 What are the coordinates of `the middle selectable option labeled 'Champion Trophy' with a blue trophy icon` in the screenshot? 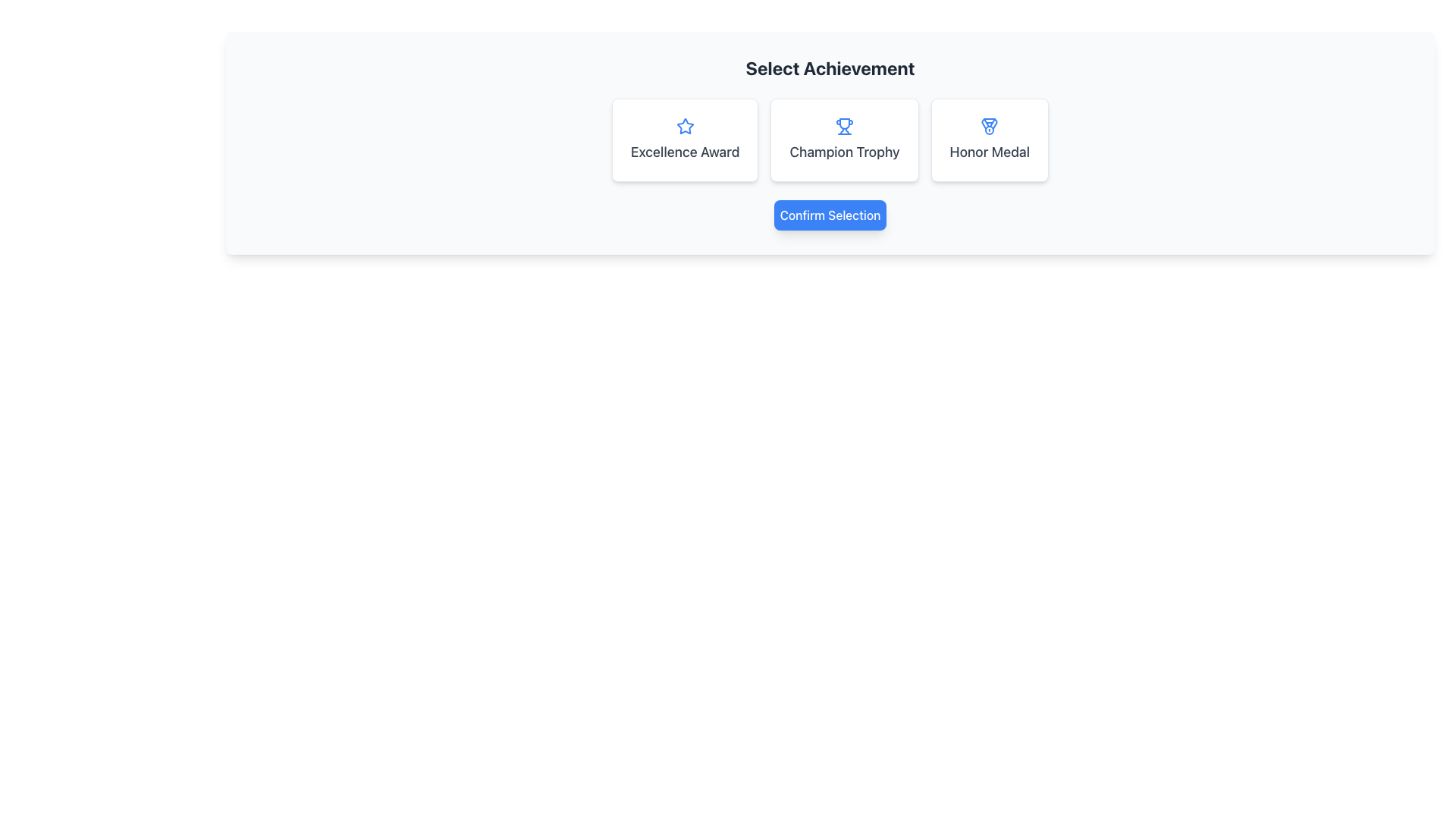 It's located at (829, 140).